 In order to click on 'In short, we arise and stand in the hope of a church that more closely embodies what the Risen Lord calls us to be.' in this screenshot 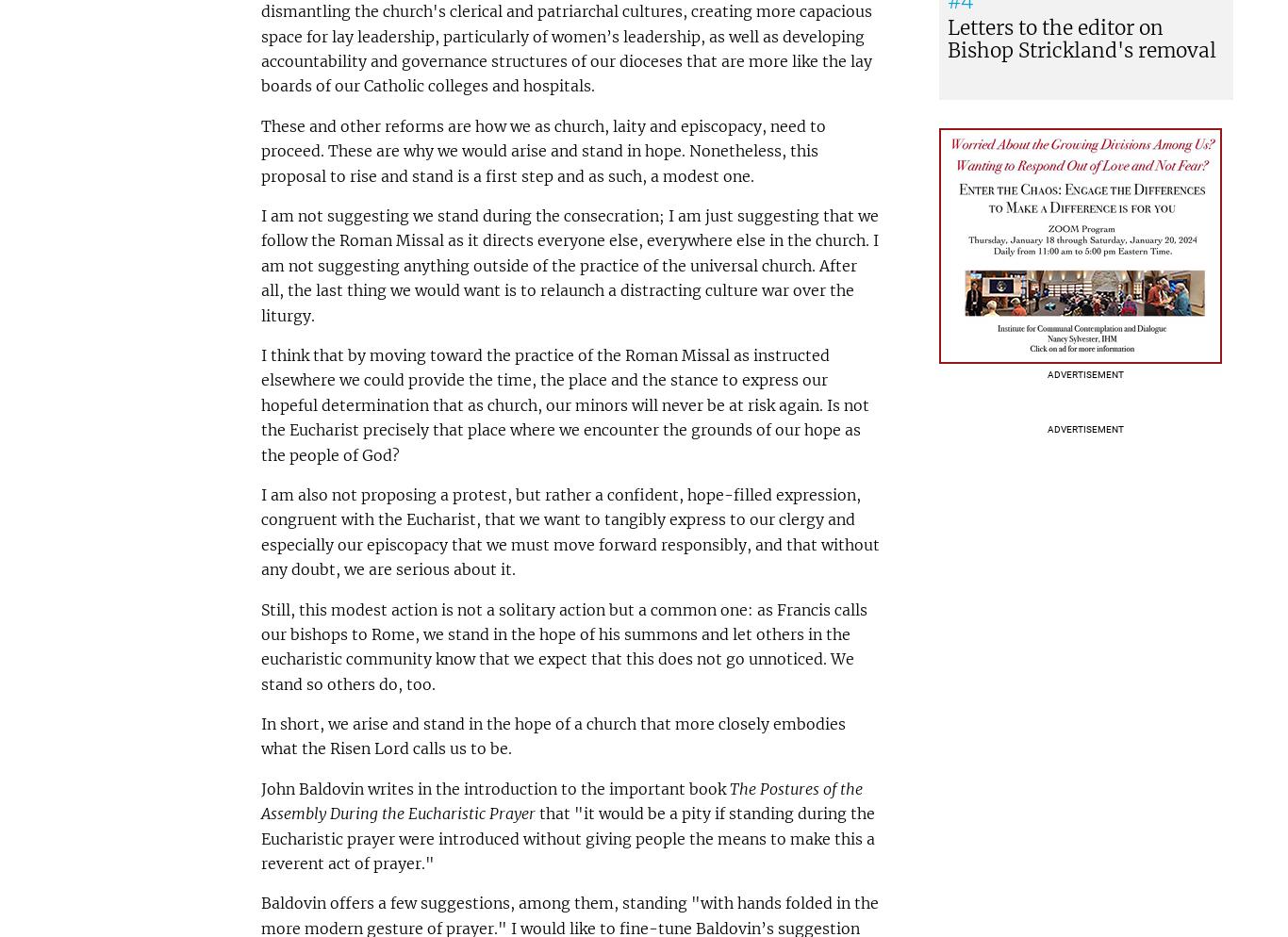, I will do `click(552, 734)`.